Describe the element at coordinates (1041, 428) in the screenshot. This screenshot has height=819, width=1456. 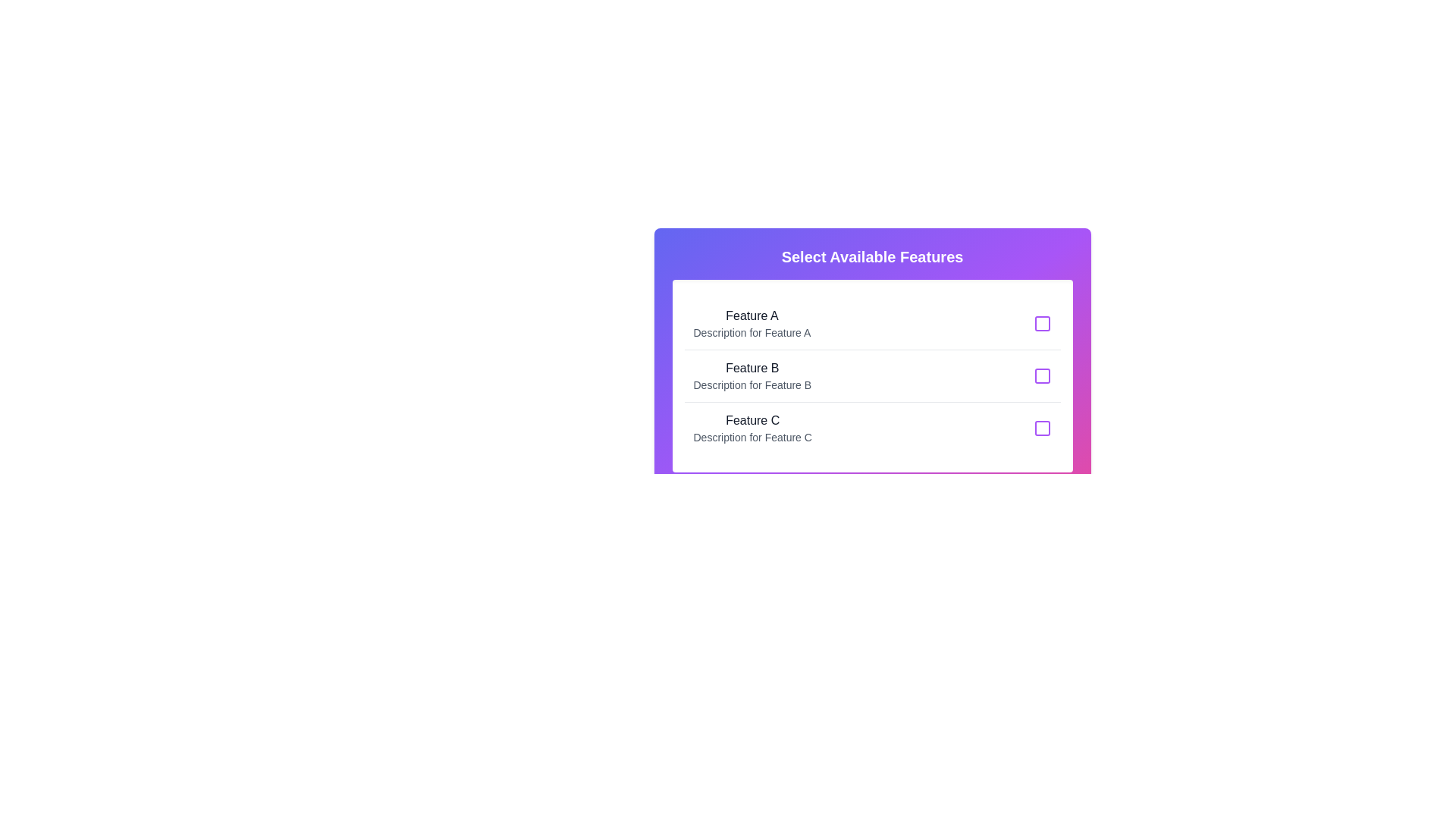
I see `the checkbox or selectable button located to the far right within the row labeled 'Feature C' in the third item of the list for additional styling` at that location.